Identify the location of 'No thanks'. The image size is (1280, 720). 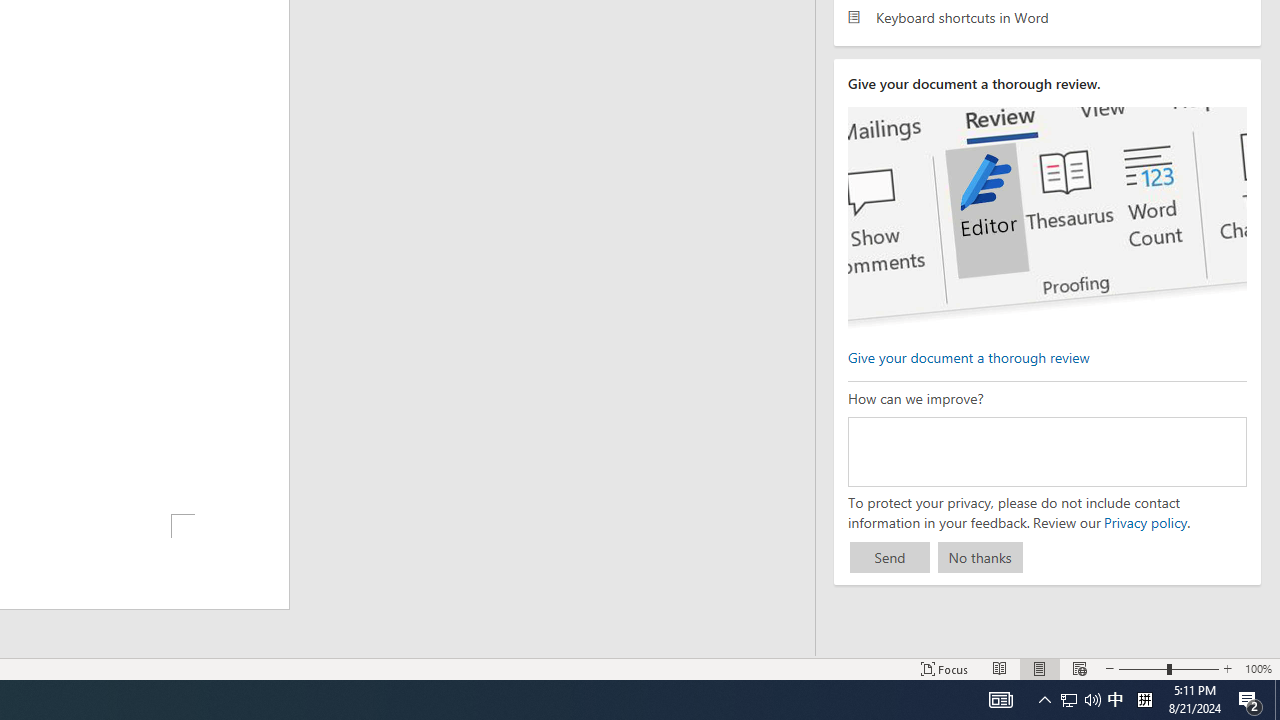
(980, 557).